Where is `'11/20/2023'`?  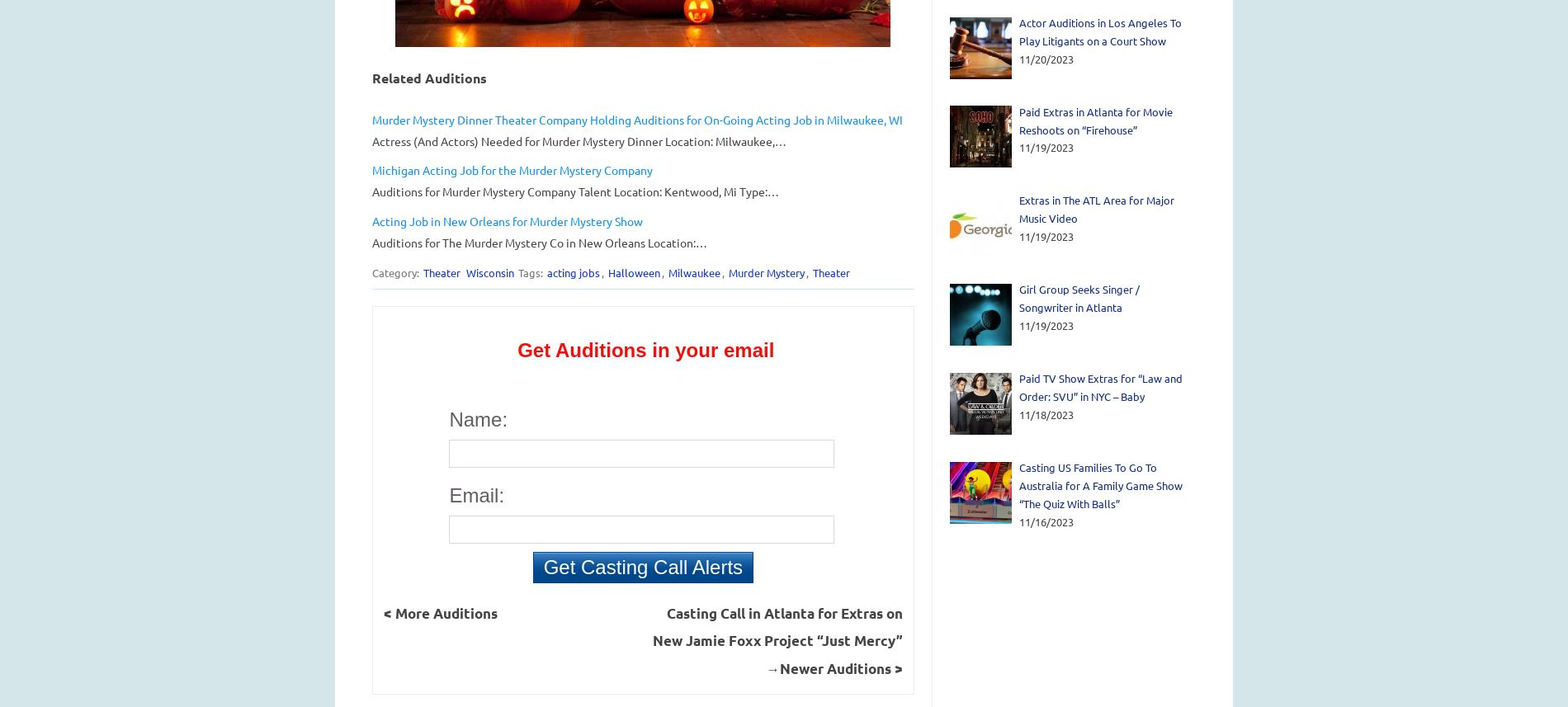
'11/20/2023' is located at coordinates (1046, 57).